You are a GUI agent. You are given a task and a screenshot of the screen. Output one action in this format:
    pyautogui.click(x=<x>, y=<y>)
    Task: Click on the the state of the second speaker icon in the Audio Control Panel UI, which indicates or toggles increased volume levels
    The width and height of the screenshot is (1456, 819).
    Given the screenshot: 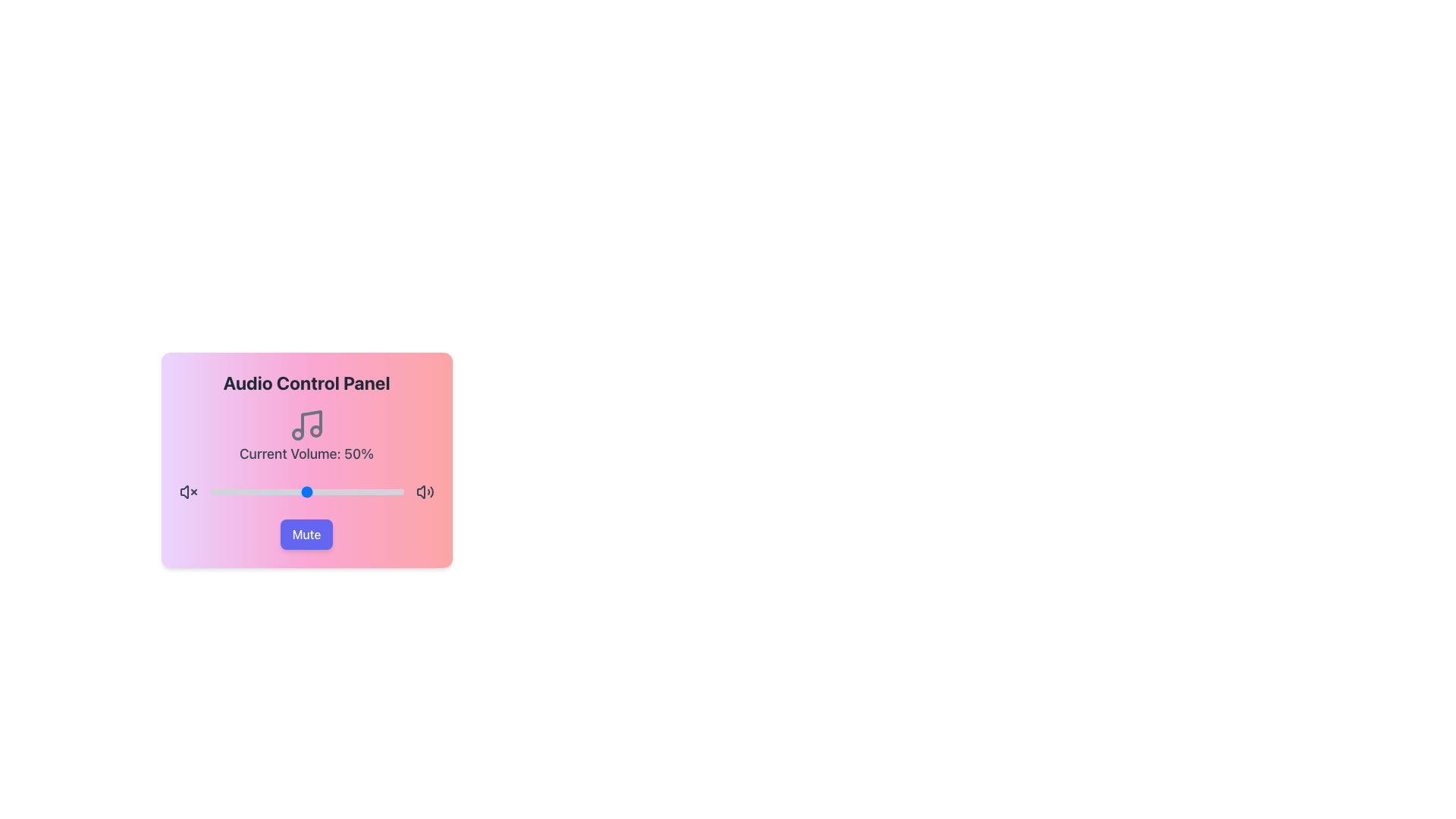 What is the action you would take?
    pyautogui.click(x=425, y=491)
    